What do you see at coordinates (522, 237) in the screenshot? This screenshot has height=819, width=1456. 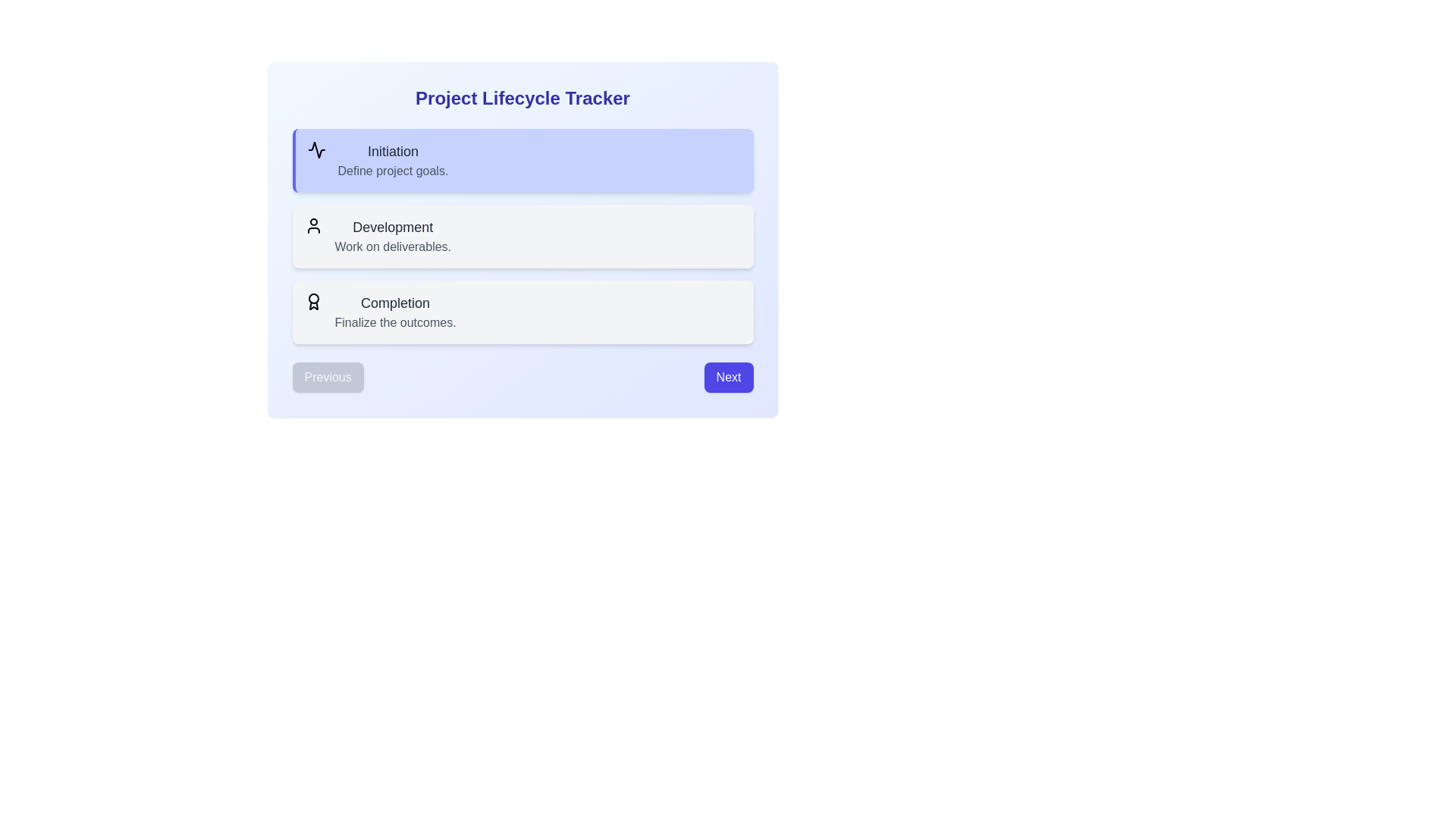 I see `the 'Development' phase informational card in the Project Lifecycle Tracker, which is the second card in a vertical sequence, located below the 'Initiation' card and above the 'Completion' card` at bounding box center [522, 237].